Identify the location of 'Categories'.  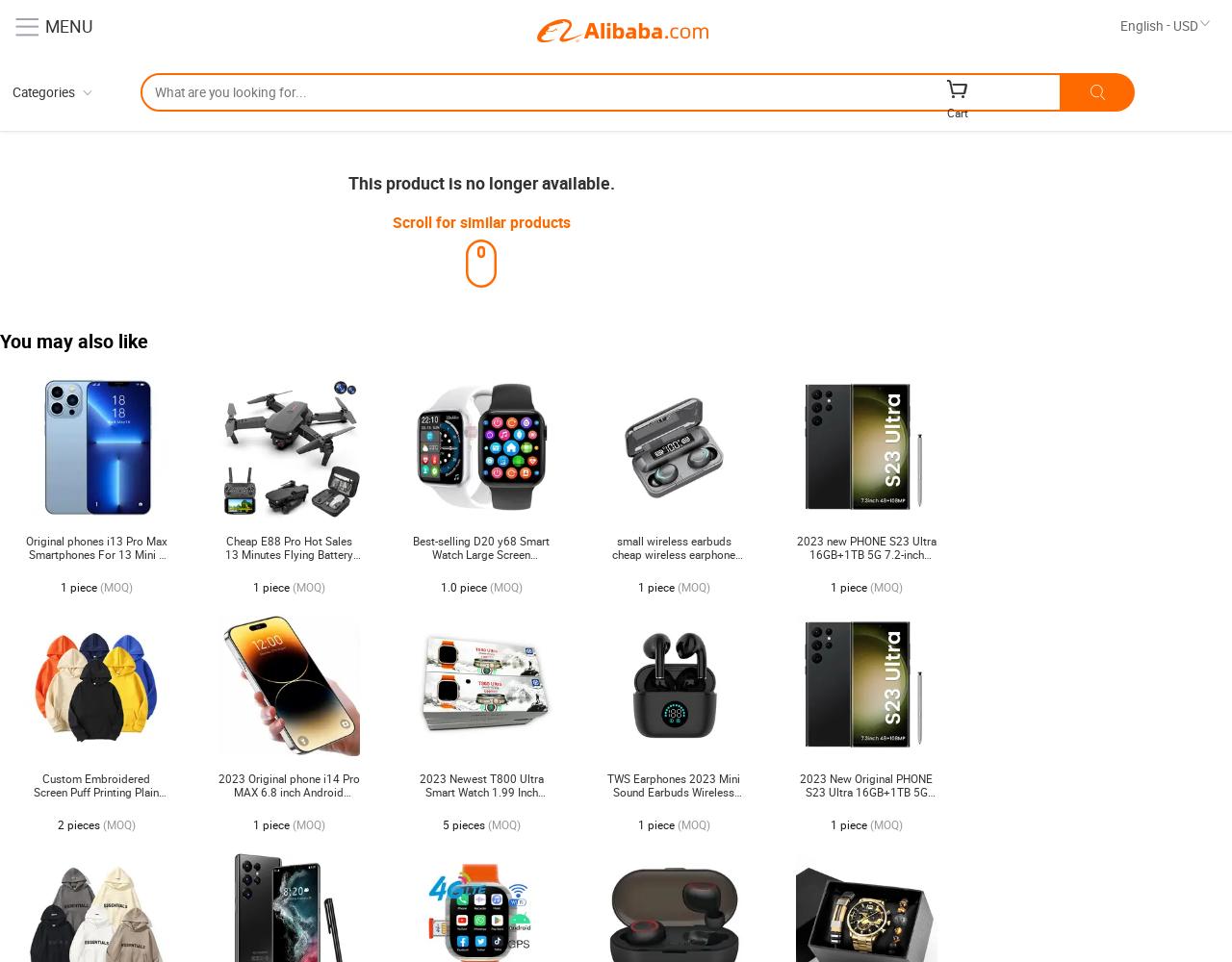
(43, 90).